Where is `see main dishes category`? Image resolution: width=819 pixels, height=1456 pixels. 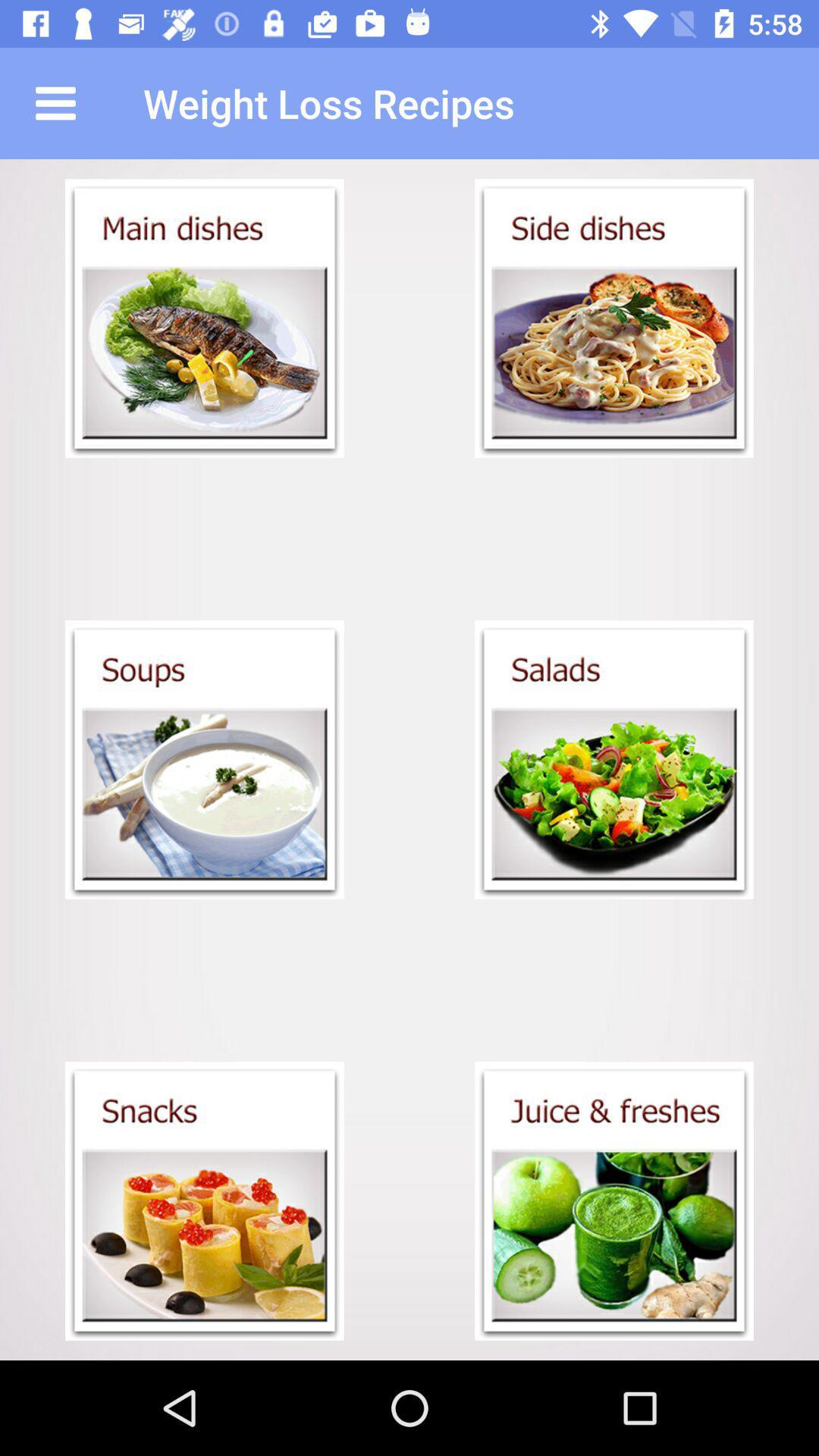
see main dishes category is located at coordinates (205, 318).